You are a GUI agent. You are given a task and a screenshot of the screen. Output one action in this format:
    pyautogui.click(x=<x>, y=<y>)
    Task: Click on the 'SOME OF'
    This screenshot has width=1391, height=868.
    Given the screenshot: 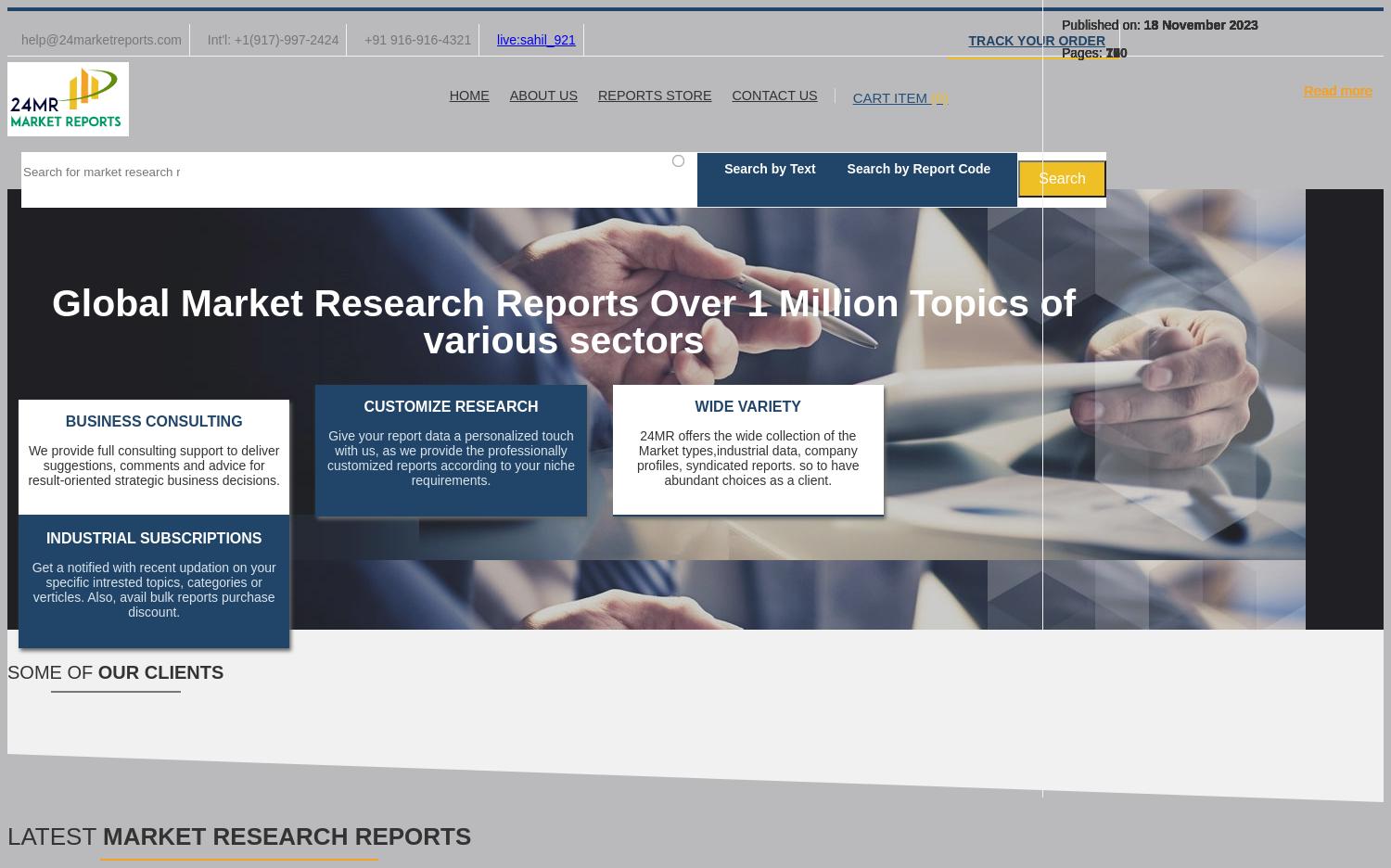 What is the action you would take?
    pyautogui.click(x=52, y=671)
    